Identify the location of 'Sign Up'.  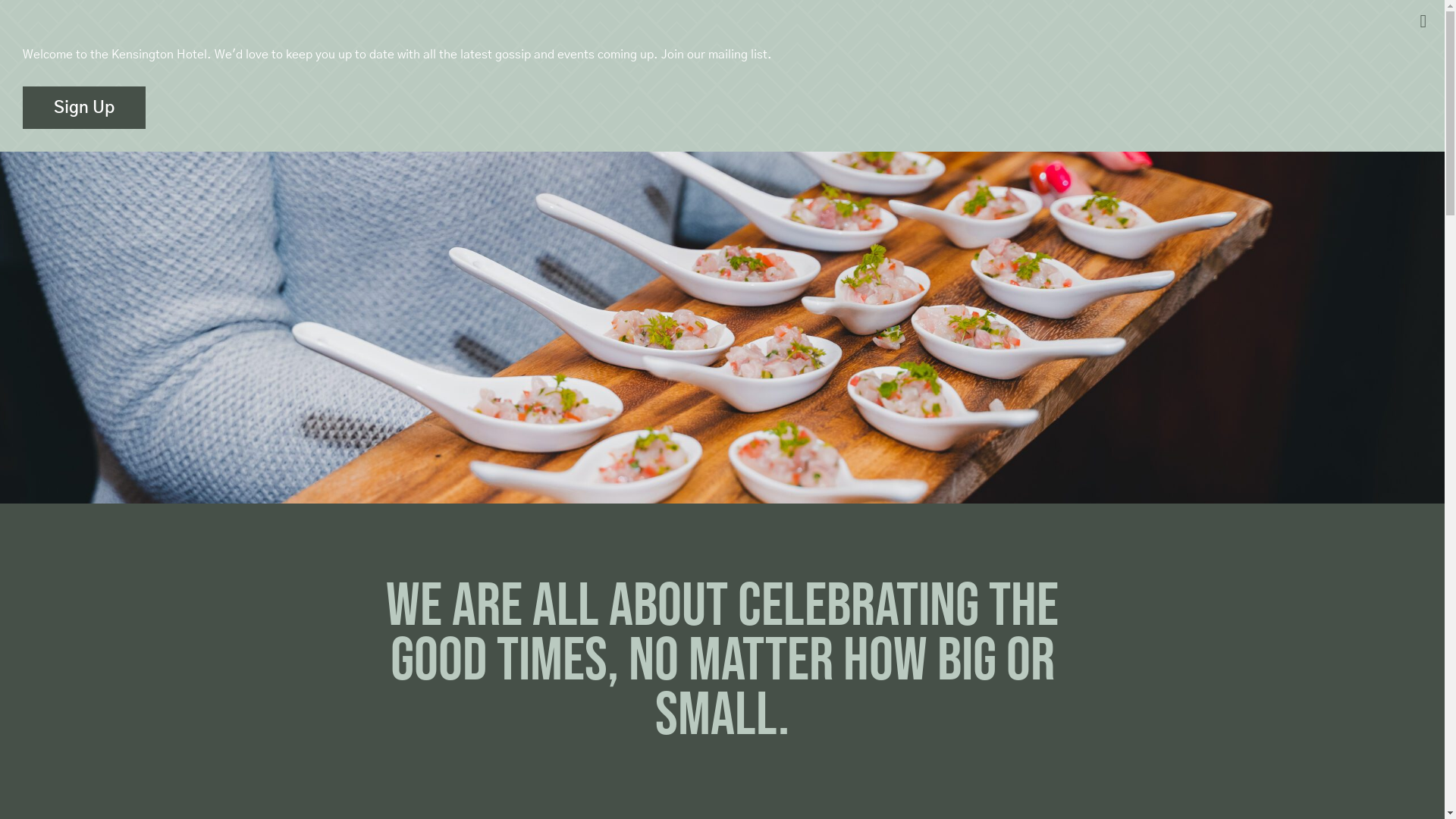
(83, 107).